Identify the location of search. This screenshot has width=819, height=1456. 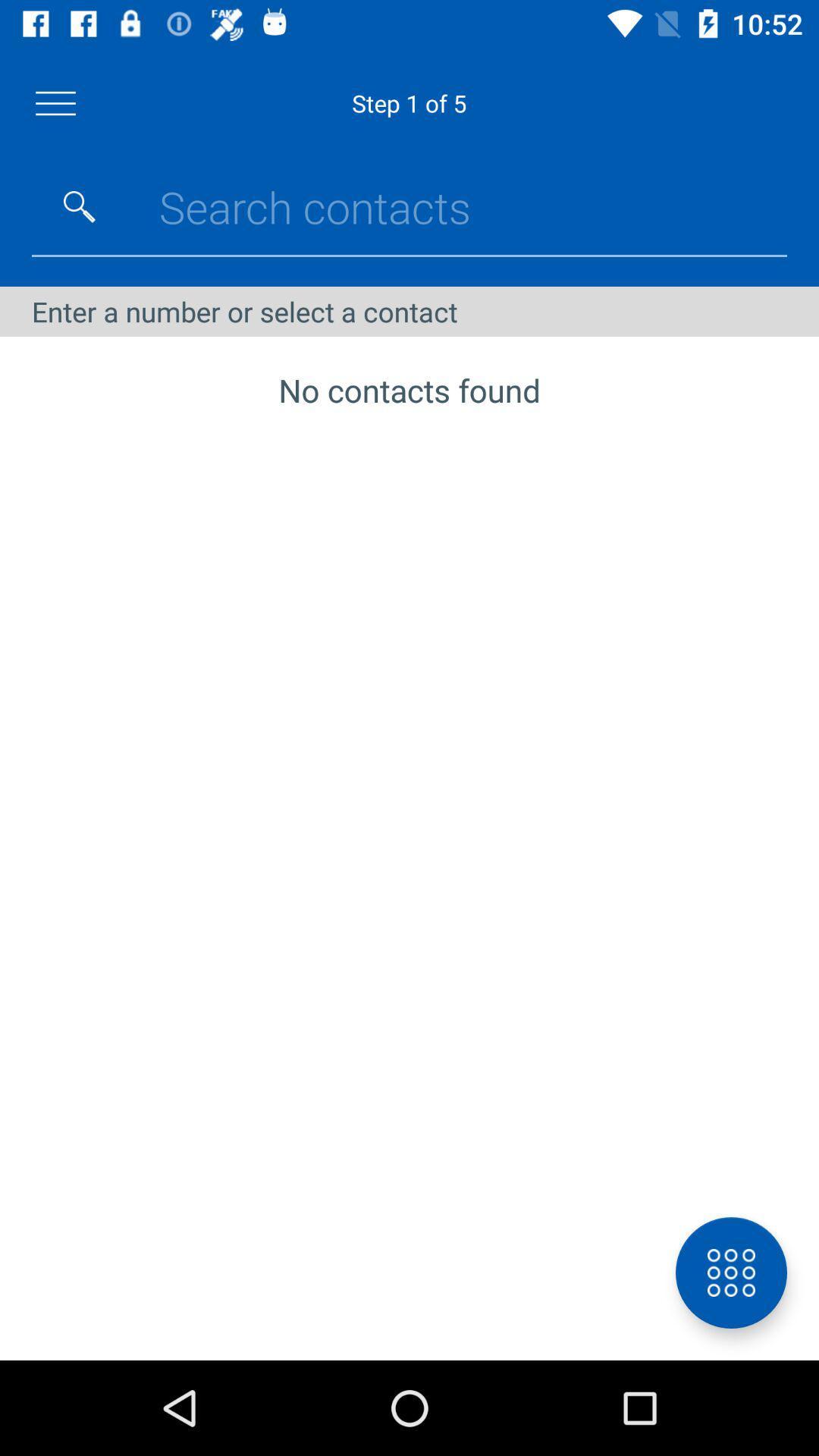
(79, 206).